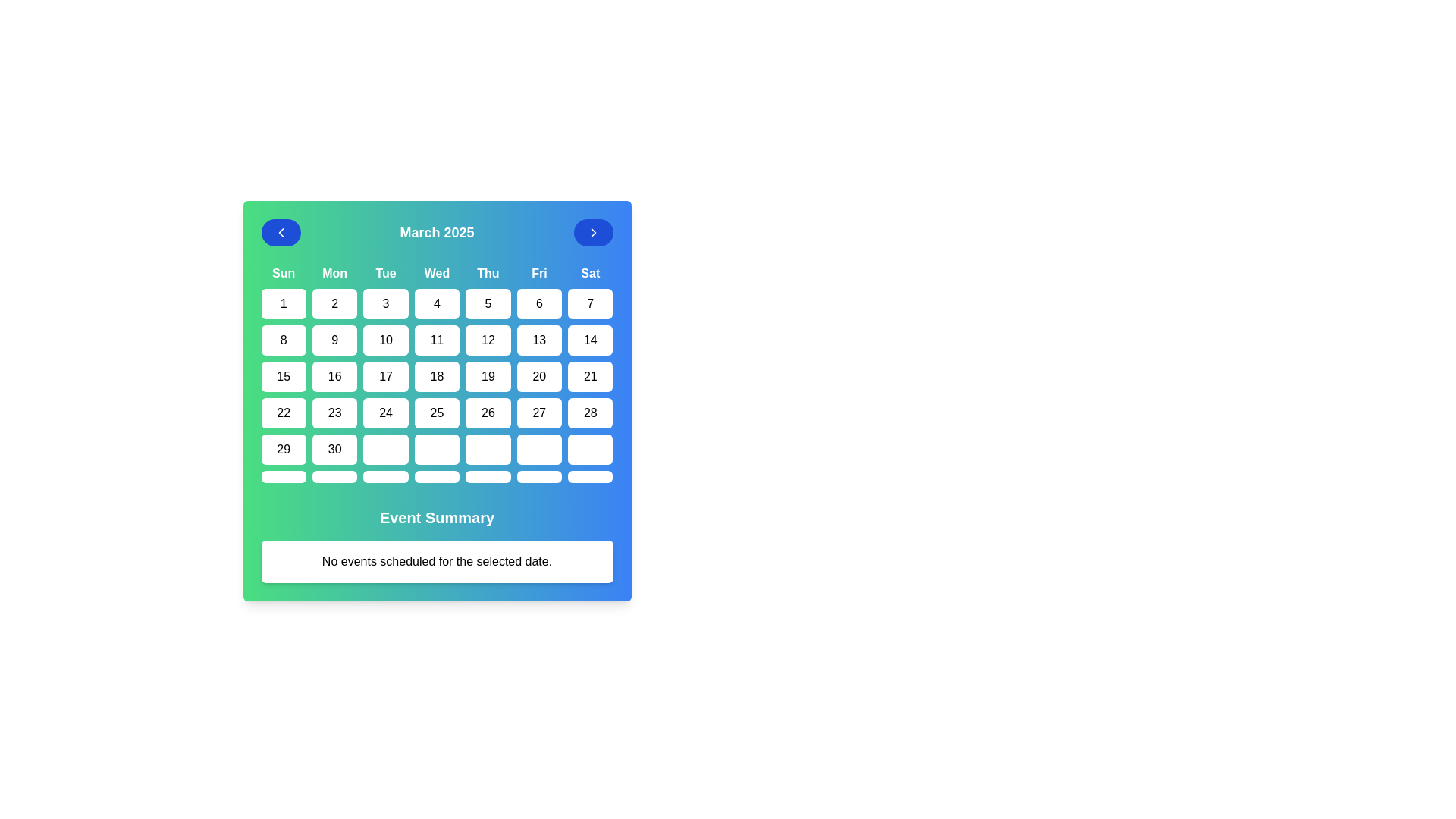 This screenshot has height=819, width=1456. I want to click on the rectangular button with a white background and black text displaying the number '3' located in the third column under 'Tue' in the first row of the calendar grid, so click(385, 304).